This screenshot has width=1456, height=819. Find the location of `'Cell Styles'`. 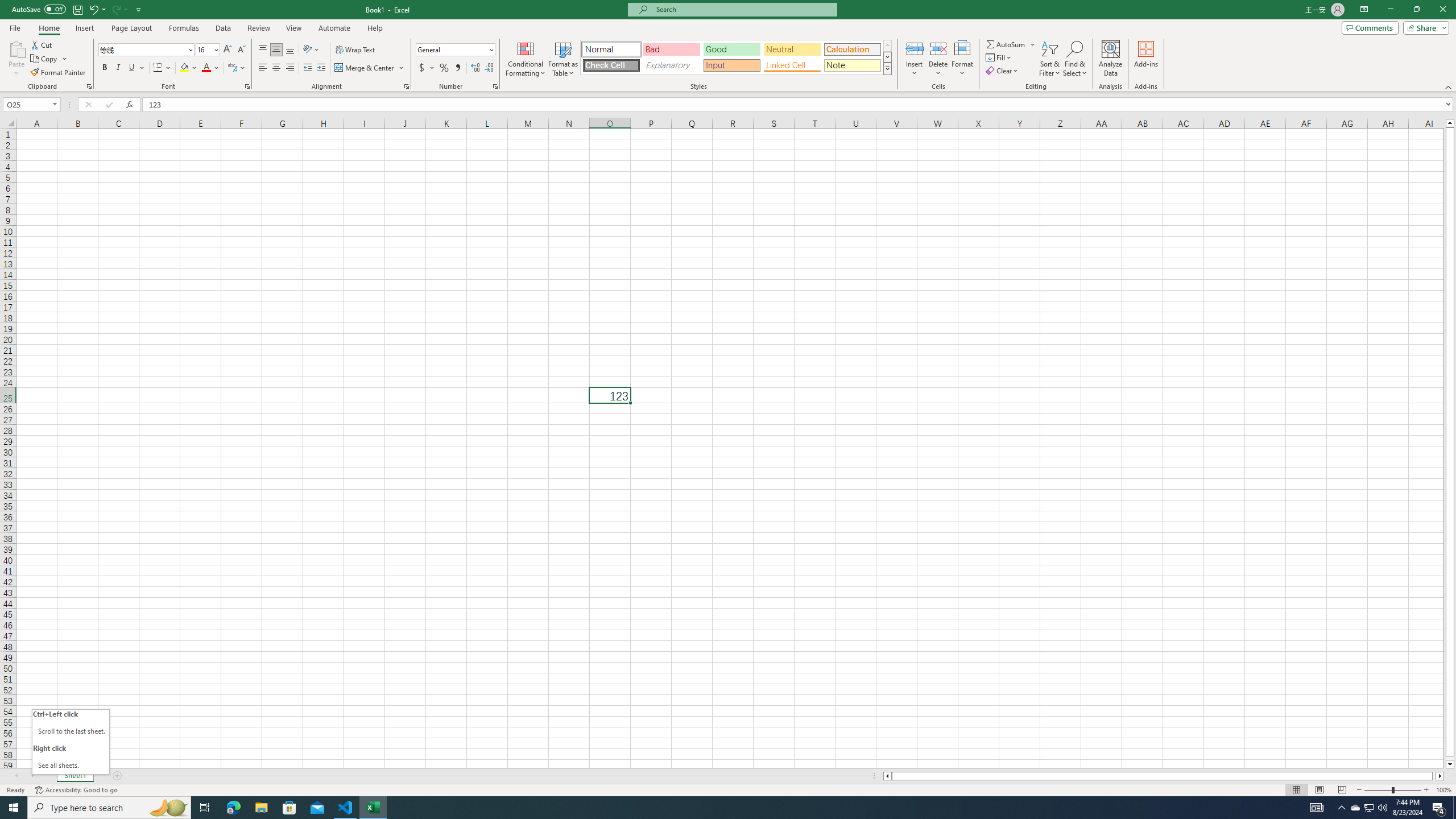

'Cell Styles' is located at coordinates (887, 68).